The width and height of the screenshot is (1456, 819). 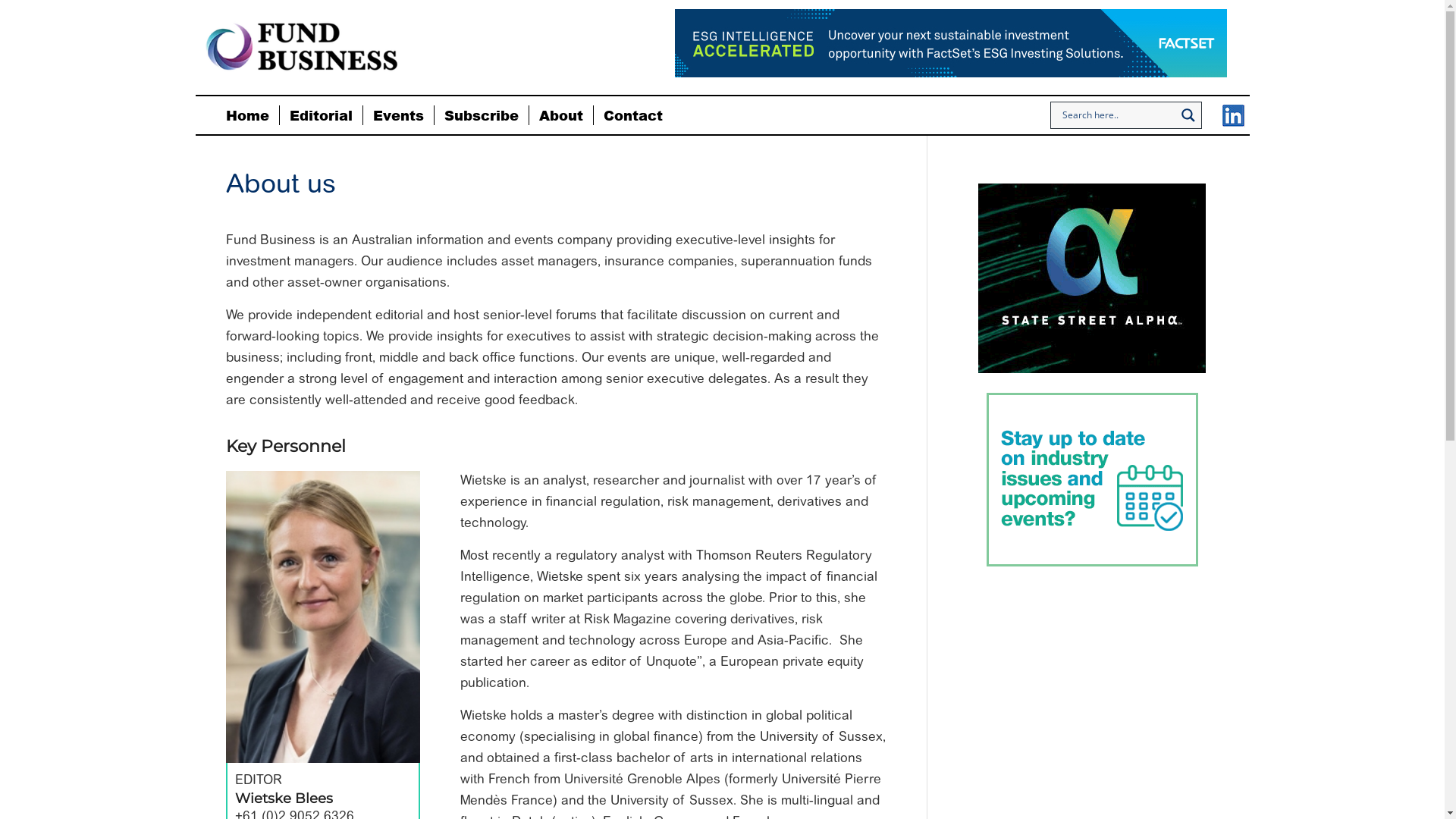 What do you see at coordinates (480, 114) in the screenshot?
I see `'Subscribe'` at bounding box center [480, 114].